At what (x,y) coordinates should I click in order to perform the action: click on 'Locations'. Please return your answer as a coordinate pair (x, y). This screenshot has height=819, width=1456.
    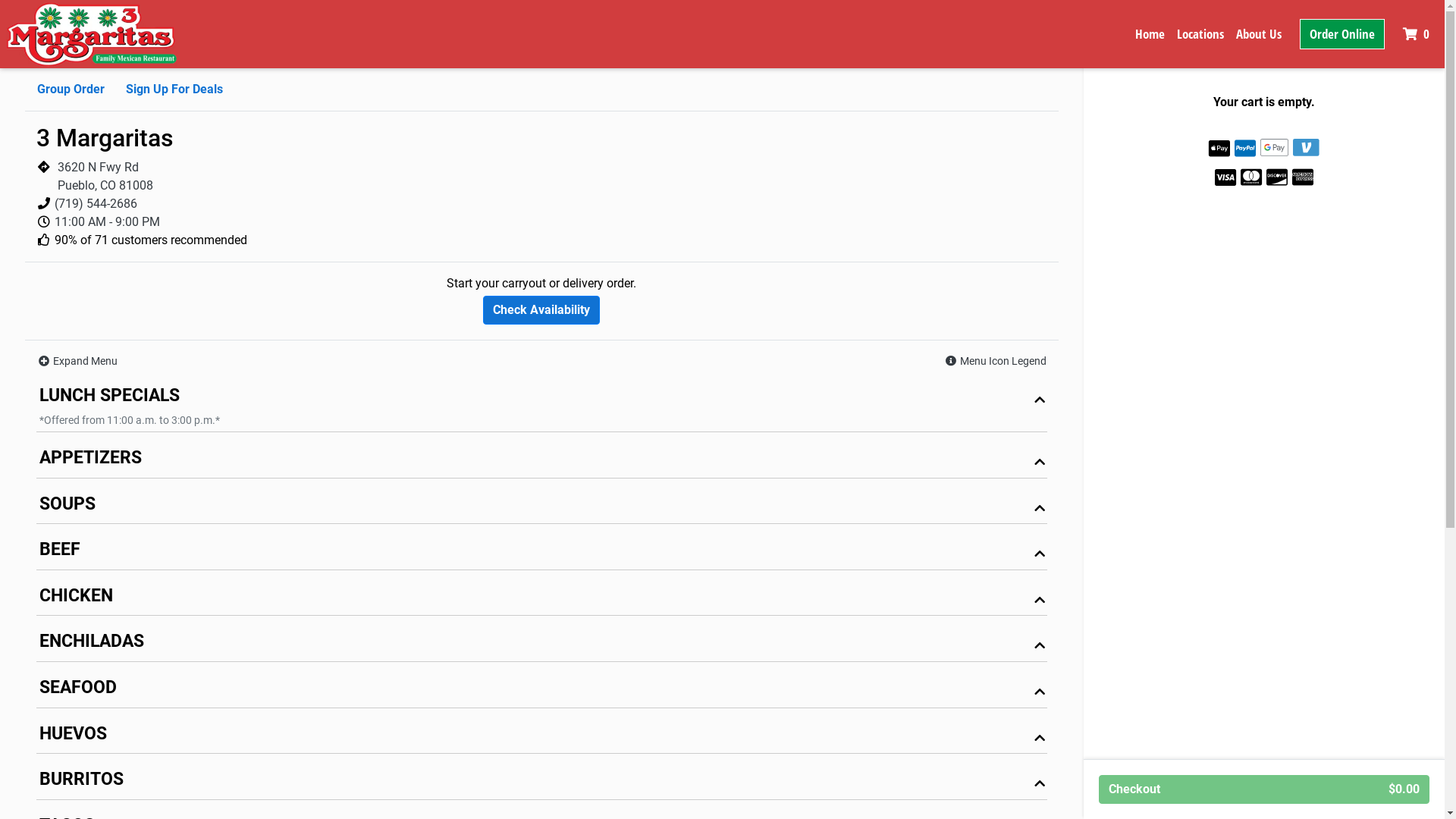
    Looking at the image, I should click on (1200, 34).